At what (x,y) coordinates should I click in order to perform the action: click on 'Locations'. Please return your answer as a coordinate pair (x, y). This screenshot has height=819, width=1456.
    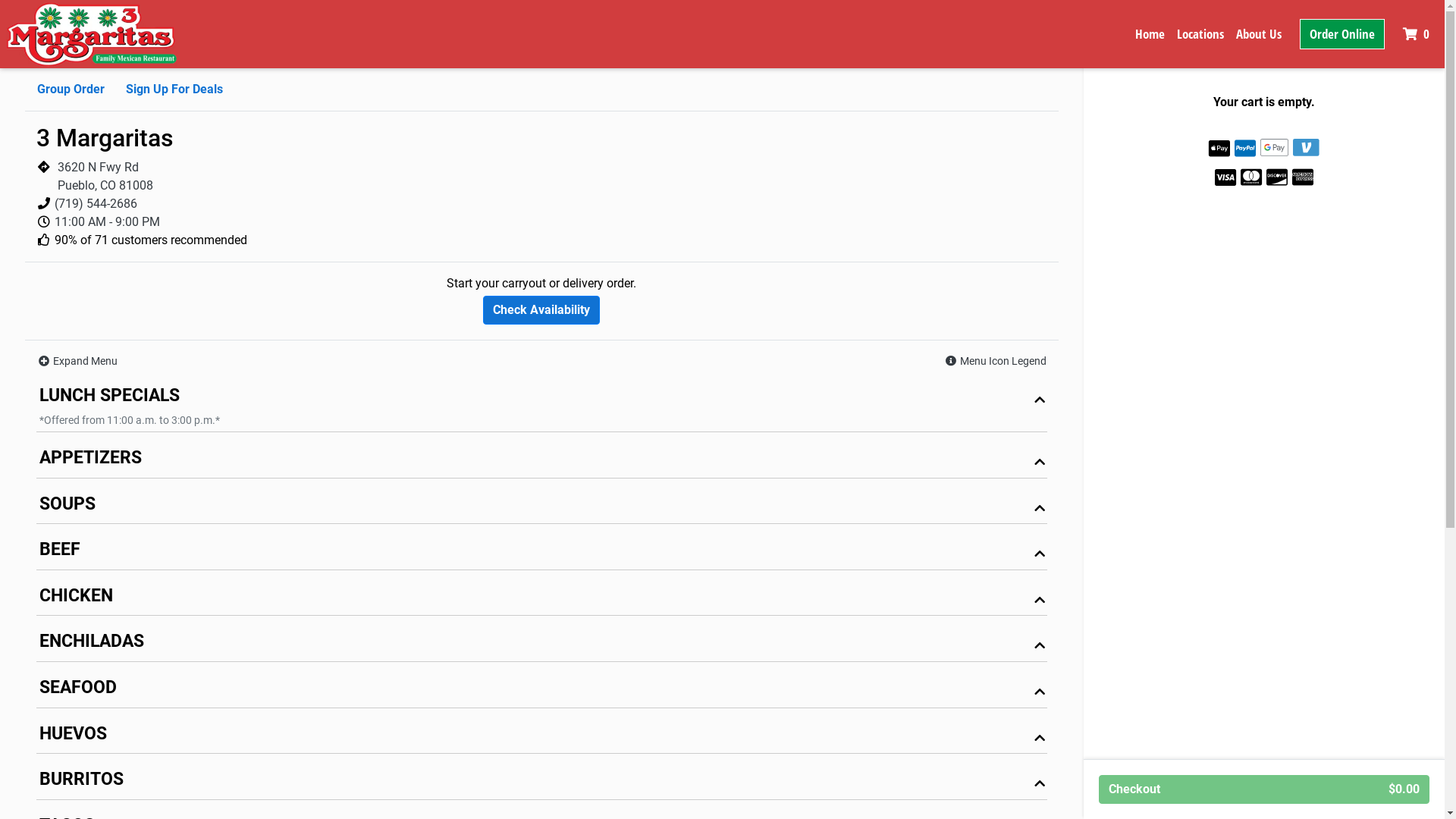
    Looking at the image, I should click on (1200, 34).